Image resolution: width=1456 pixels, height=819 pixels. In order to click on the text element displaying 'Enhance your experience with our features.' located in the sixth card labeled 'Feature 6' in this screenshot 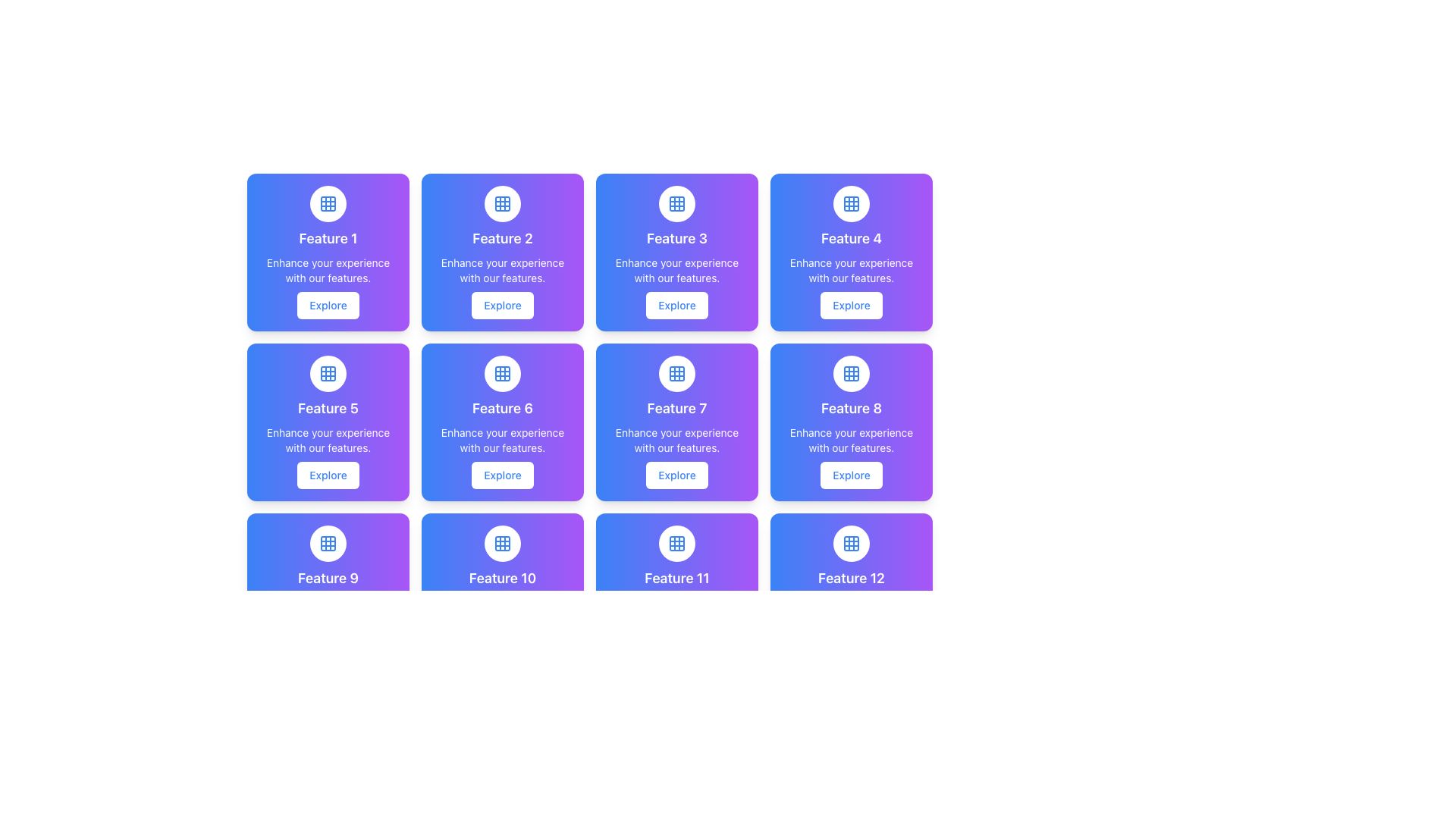, I will do `click(502, 441)`.